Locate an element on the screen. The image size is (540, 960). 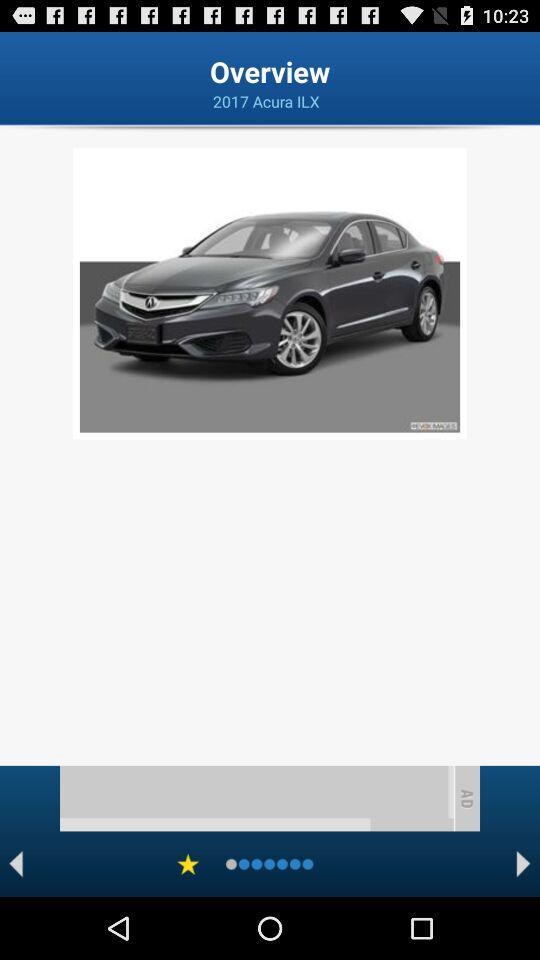
the arrow_backward icon is located at coordinates (15, 924).